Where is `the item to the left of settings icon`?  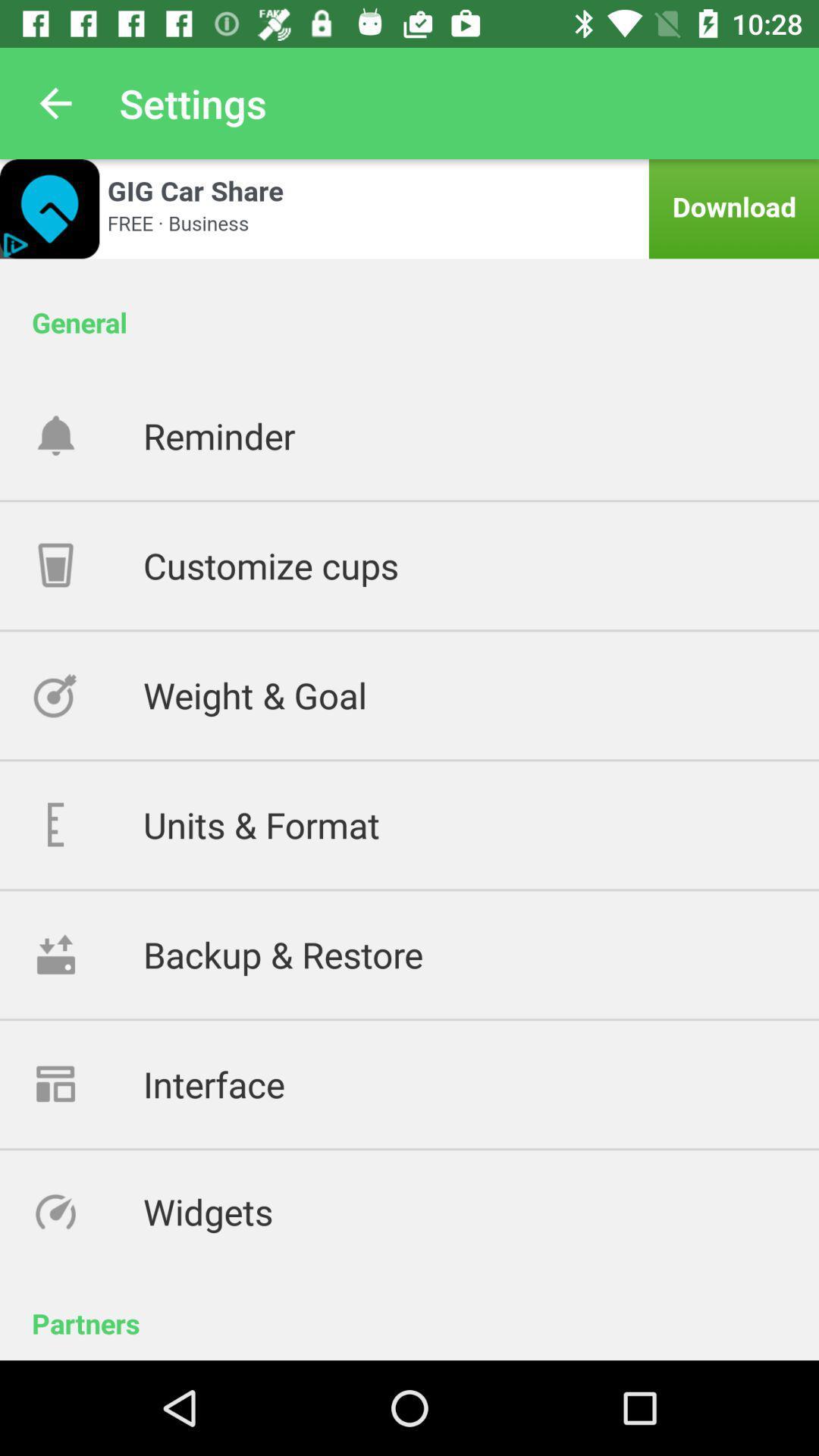 the item to the left of settings icon is located at coordinates (55, 102).